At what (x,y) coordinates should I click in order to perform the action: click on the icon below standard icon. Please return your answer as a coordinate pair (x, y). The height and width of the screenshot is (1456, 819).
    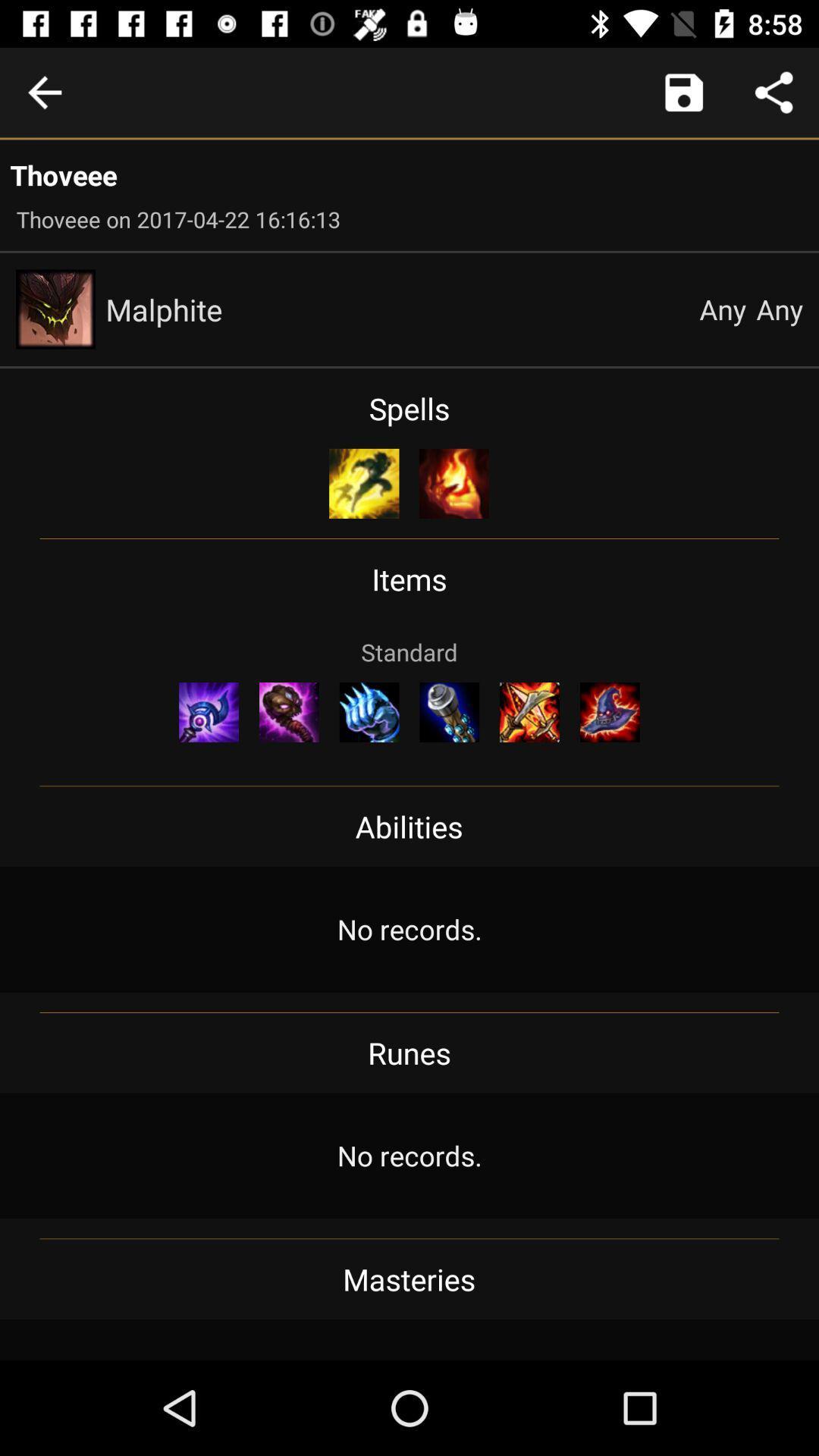
    Looking at the image, I should click on (369, 711).